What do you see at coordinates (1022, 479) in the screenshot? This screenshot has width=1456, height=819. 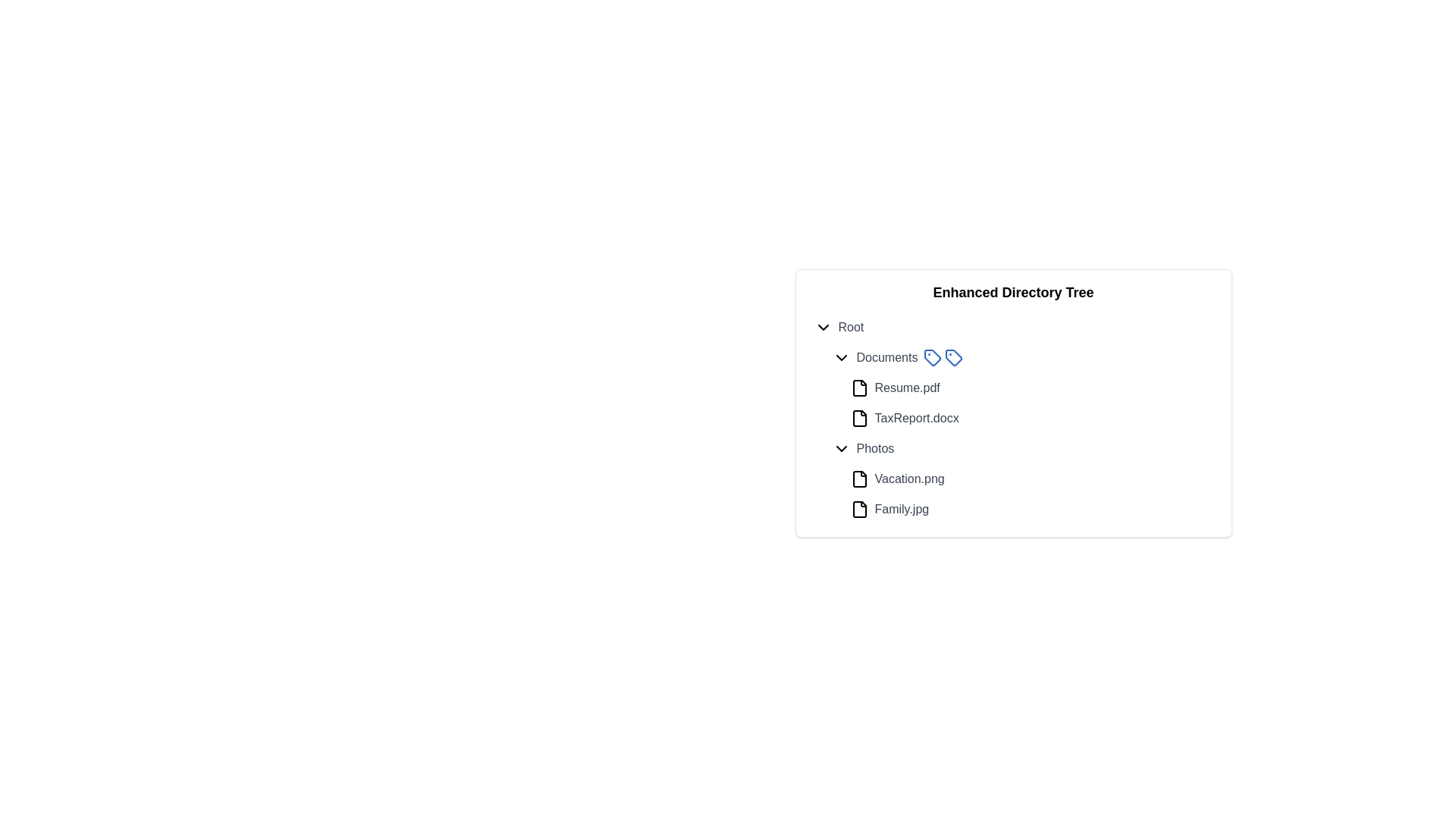 I see `on the file entry labeled 'Vacation.png' in the 'Photos' section` at bounding box center [1022, 479].